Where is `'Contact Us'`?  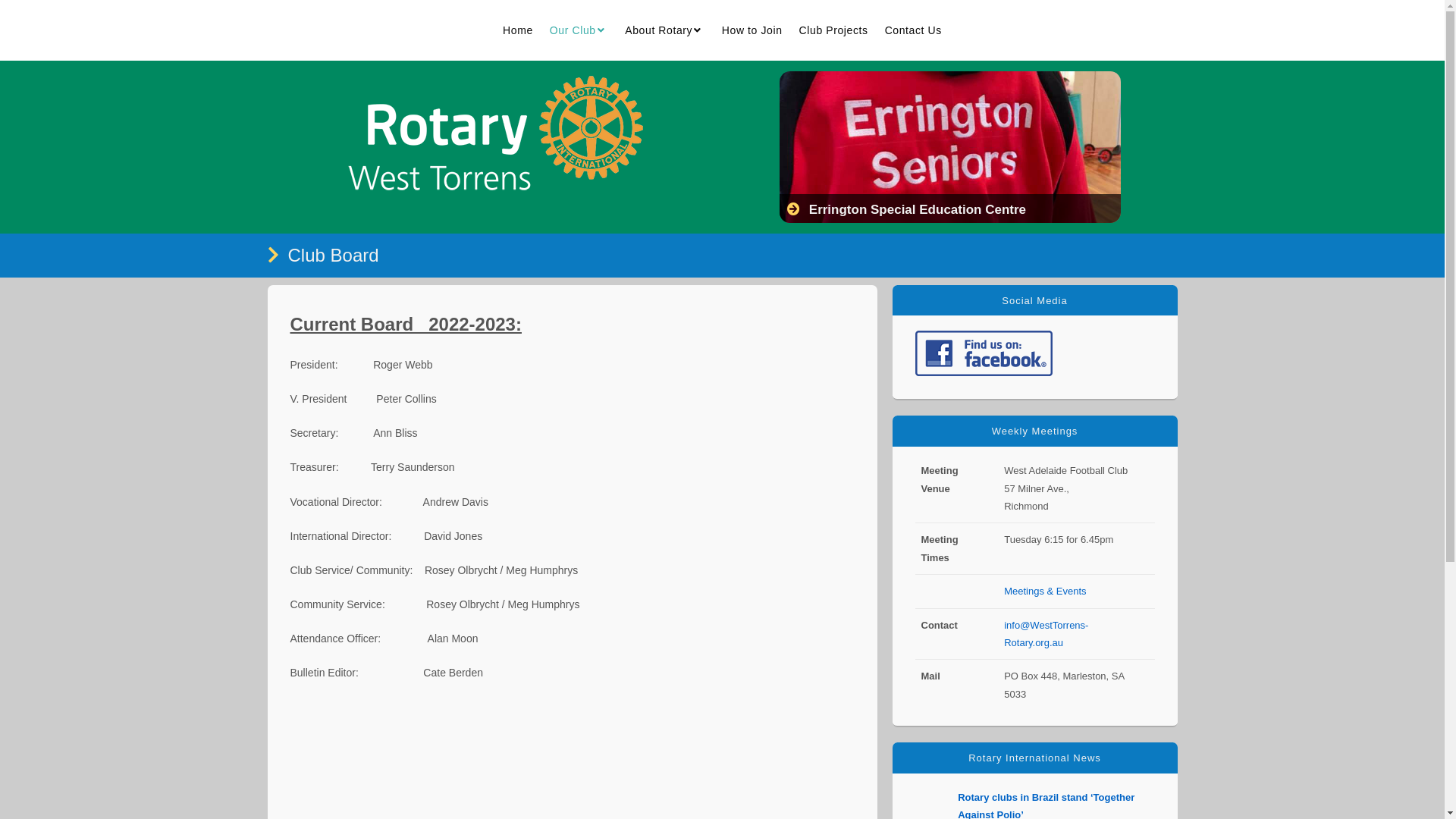
'Contact Us' is located at coordinates (912, 30).